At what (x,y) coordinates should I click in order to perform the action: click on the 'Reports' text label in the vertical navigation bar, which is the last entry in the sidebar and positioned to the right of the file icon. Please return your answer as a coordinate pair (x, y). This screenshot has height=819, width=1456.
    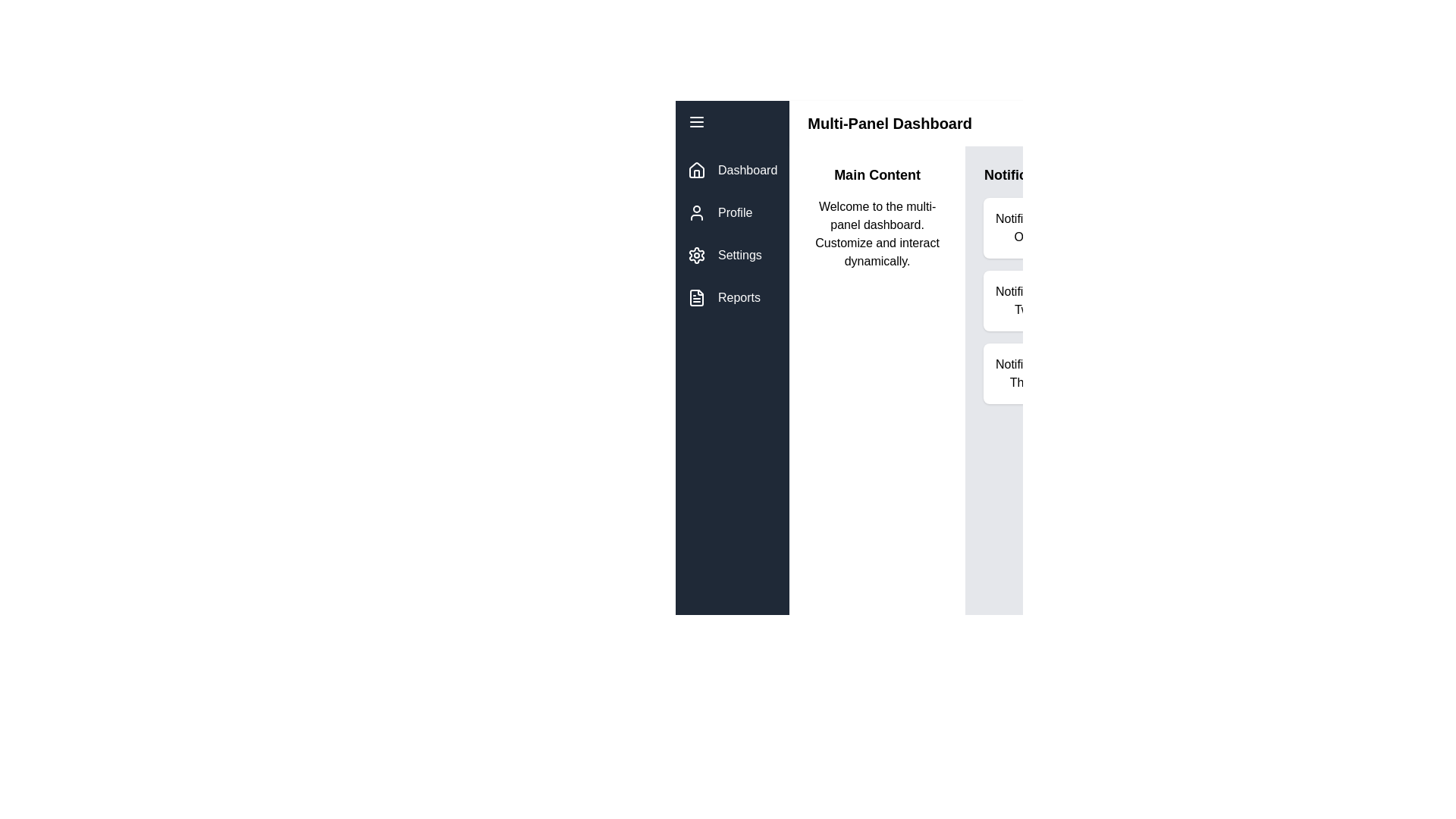
    Looking at the image, I should click on (739, 298).